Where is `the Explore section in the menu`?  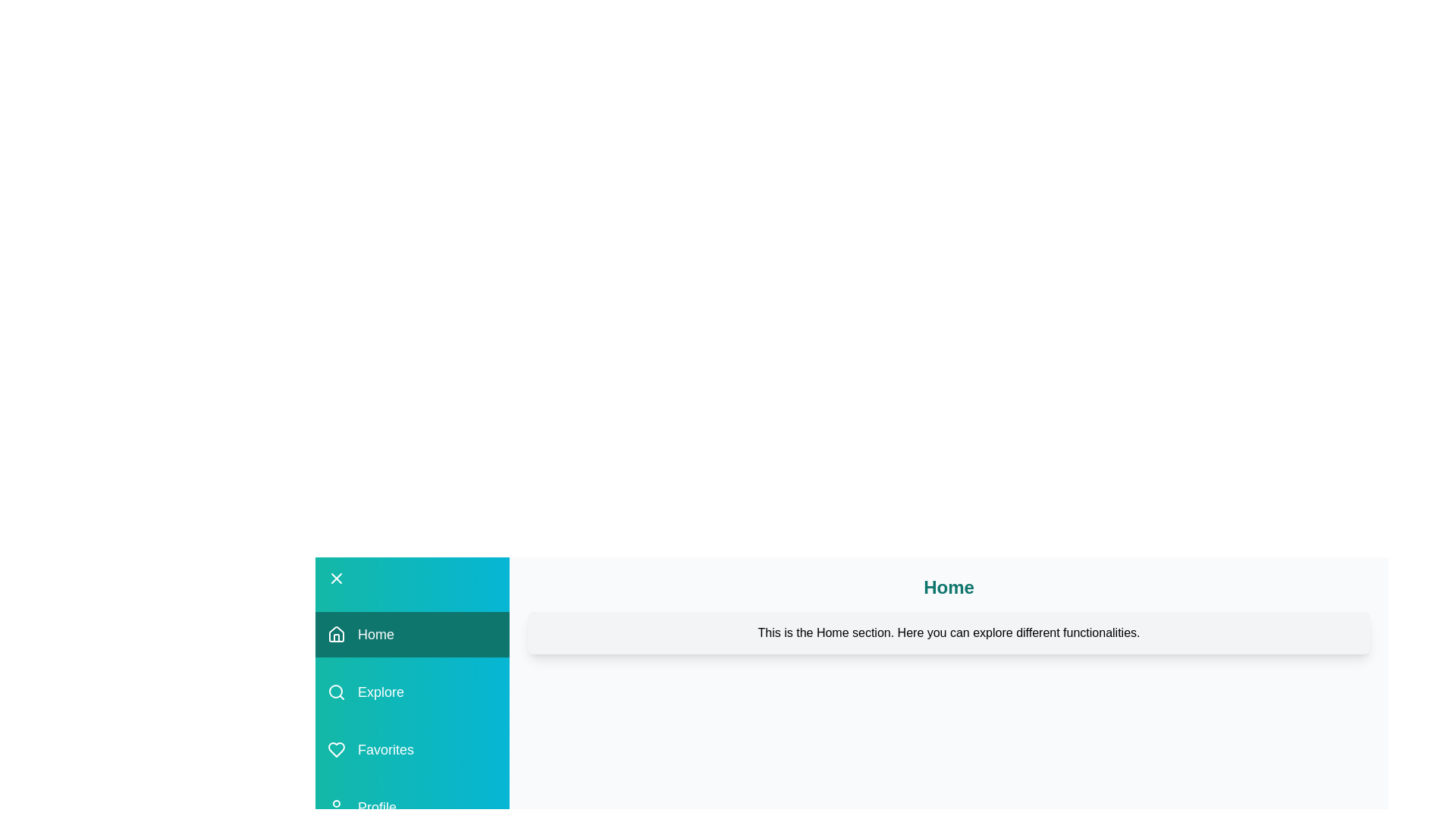
the Explore section in the menu is located at coordinates (412, 692).